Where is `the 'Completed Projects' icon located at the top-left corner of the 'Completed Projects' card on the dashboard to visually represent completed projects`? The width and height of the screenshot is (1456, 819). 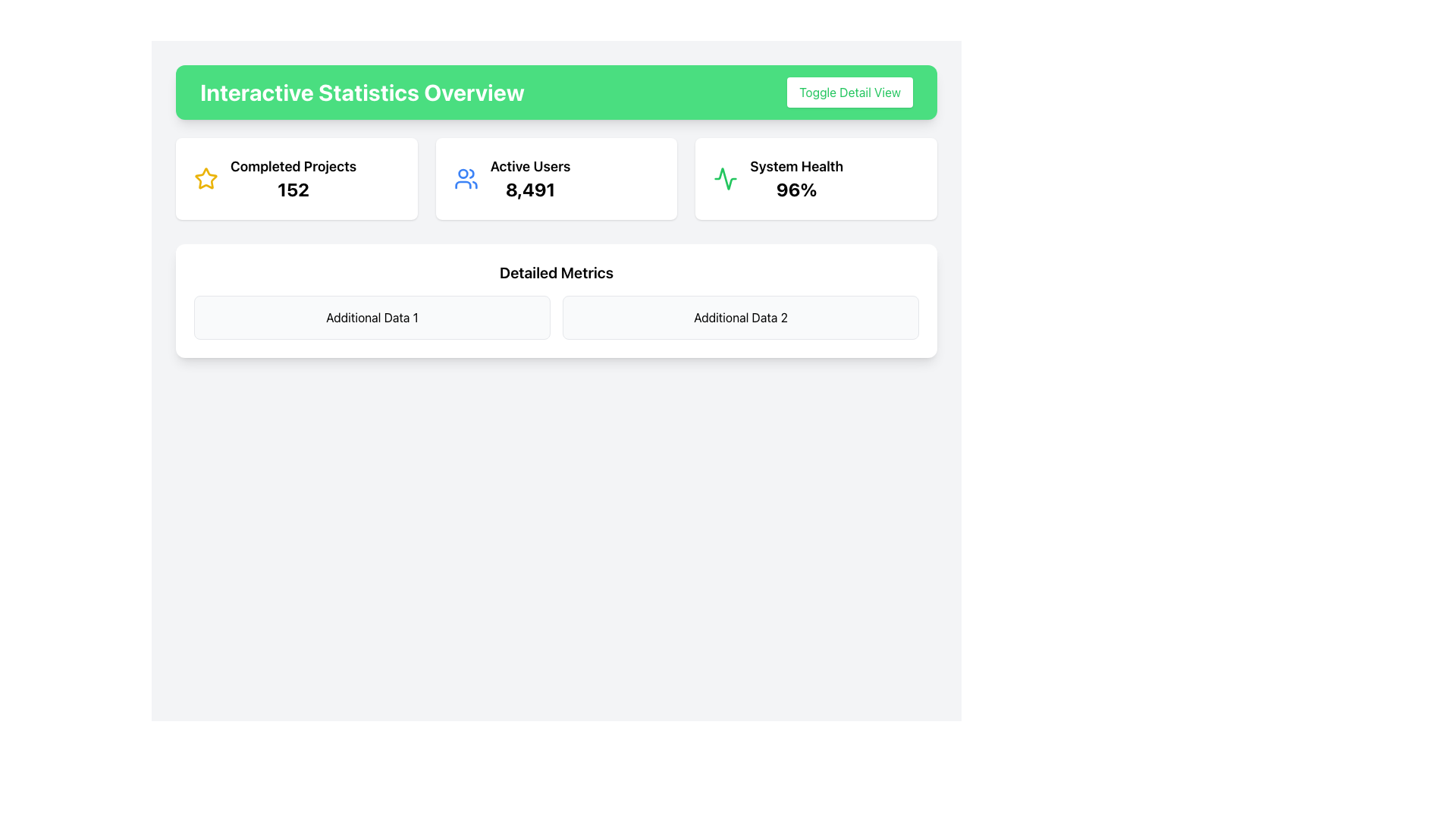
the 'Completed Projects' icon located at the top-left corner of the 'Completed Projects' card on the dashboard to visually represent completed projects is located at coordinates (206, 177).